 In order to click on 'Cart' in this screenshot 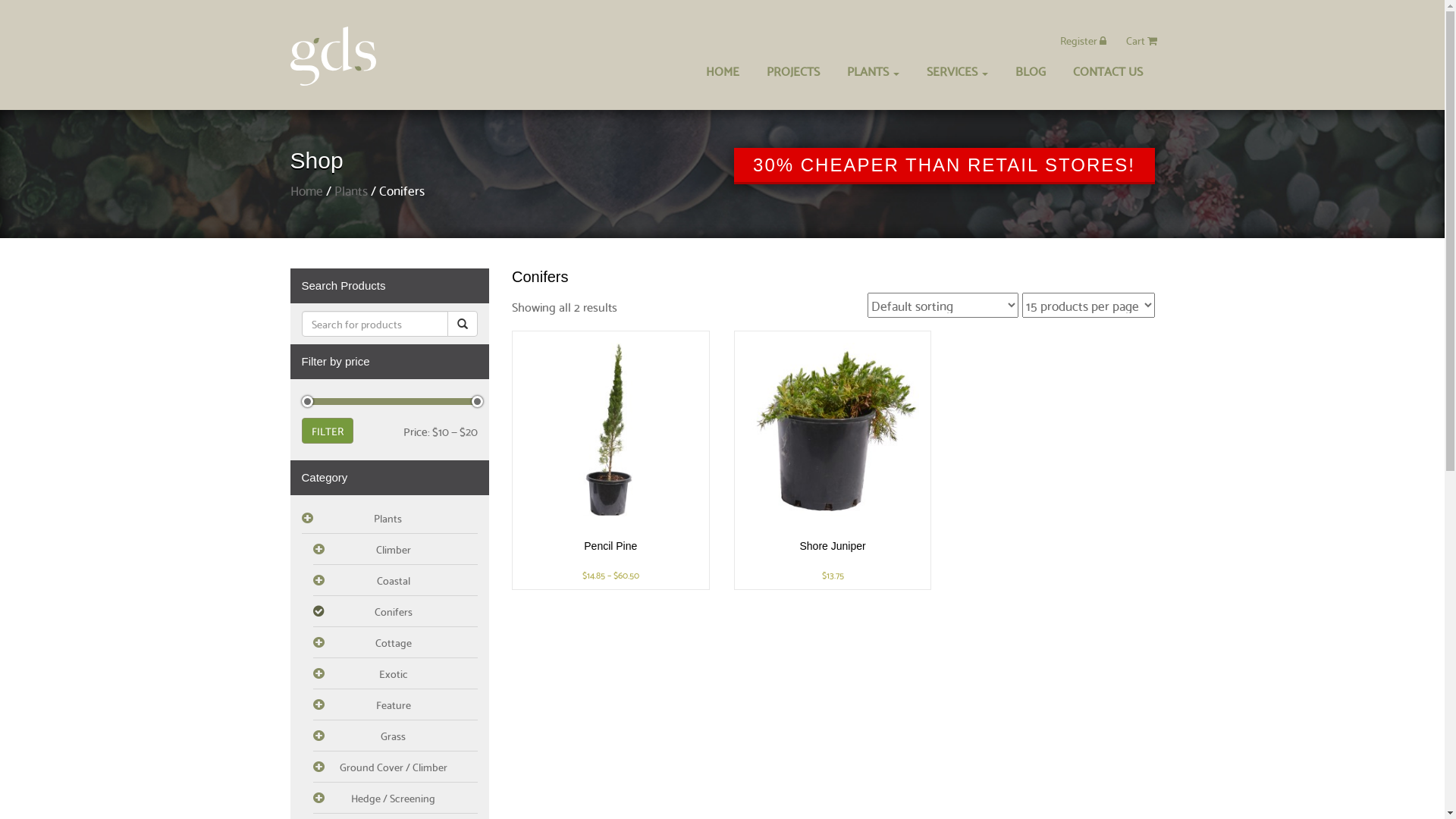, I will do `click(1141, 39)`.